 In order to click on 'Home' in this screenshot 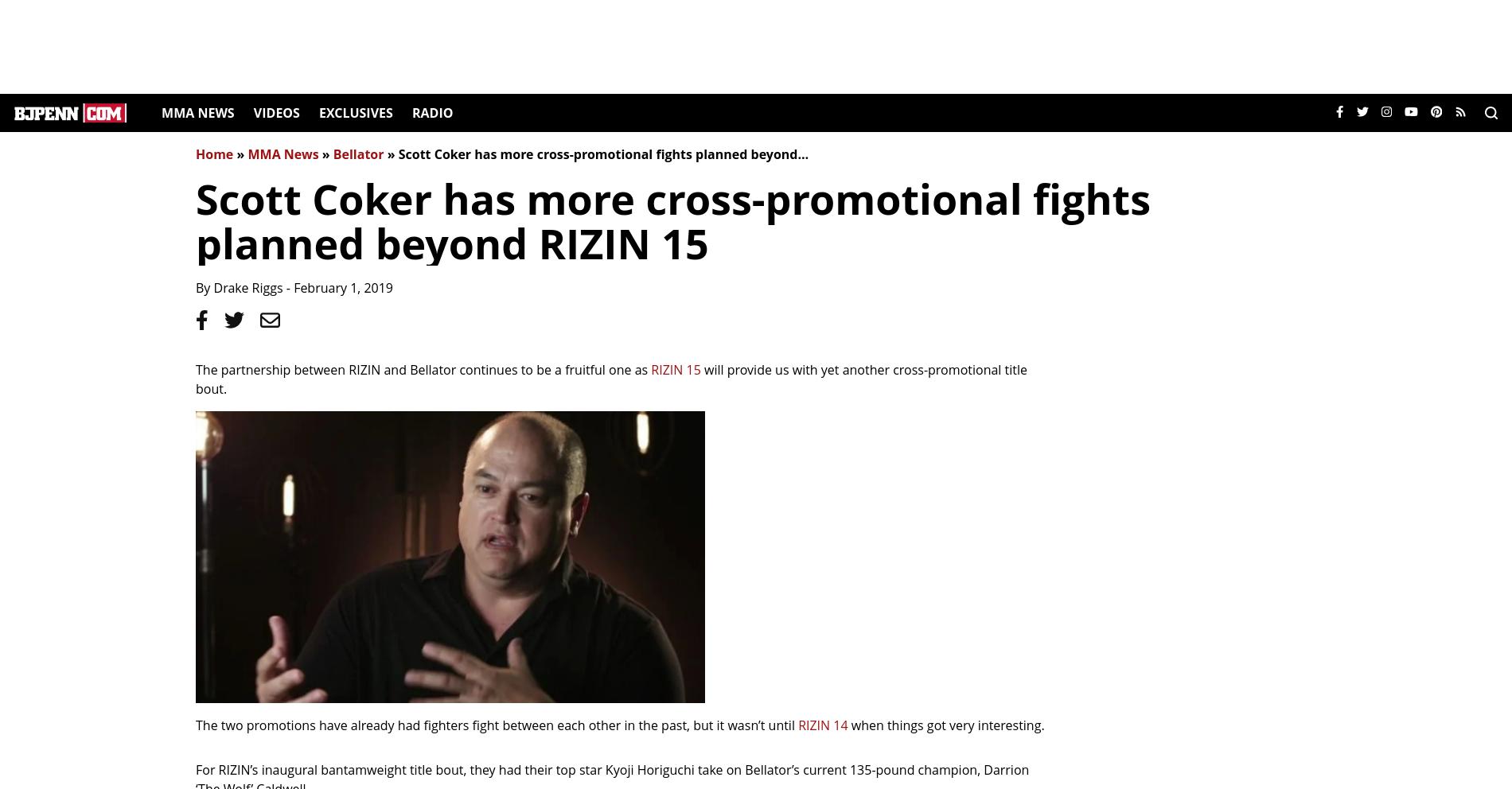, I will do `click(213, 154)`.